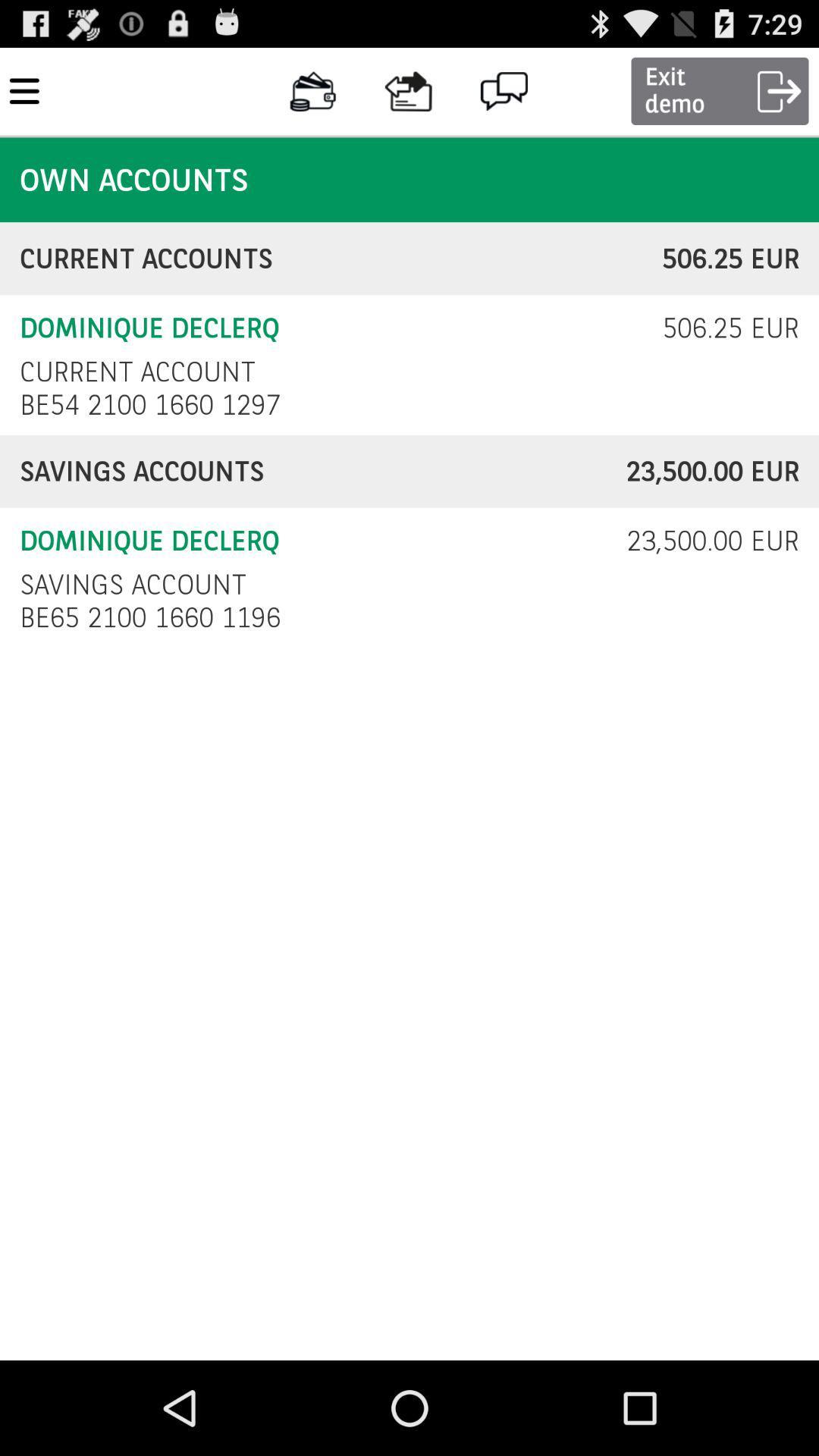 The height and width of the screenshot is (1456, 819). What do you see at coordinates (408, 90) in the screenshot?
I see `the icon on left to the chat icon on the web page` at bounding box center [408, 90].